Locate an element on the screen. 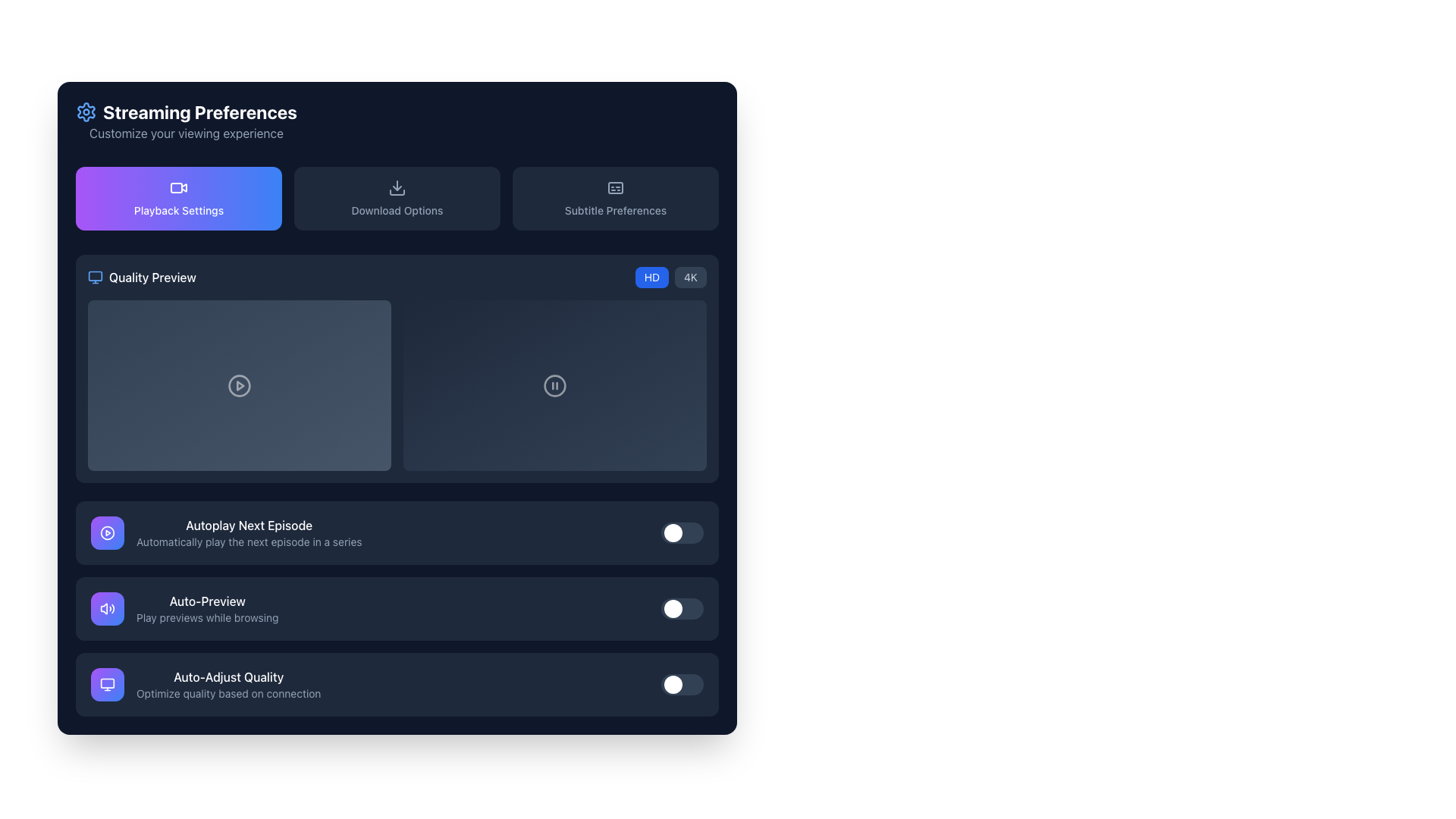 This screenshot has width=1456, height=819. the 'Download Options' button containing the graphical icon of a downward arrow above a curved line, which is the second option in the horizontal menu at the top of the interface is located at coordinates (397, 187).